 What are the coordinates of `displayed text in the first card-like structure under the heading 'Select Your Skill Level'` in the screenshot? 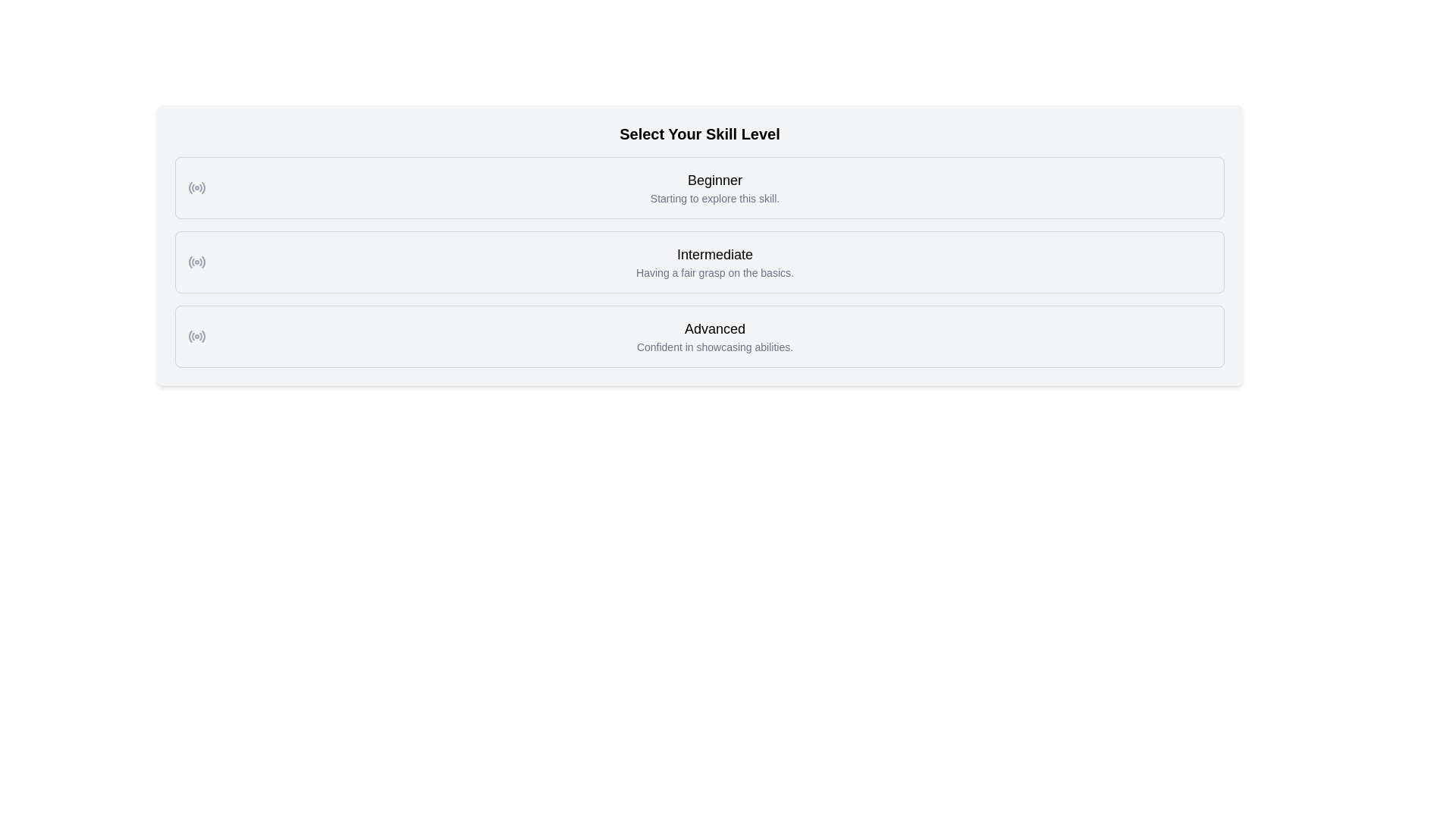 It's located at (714, 187).